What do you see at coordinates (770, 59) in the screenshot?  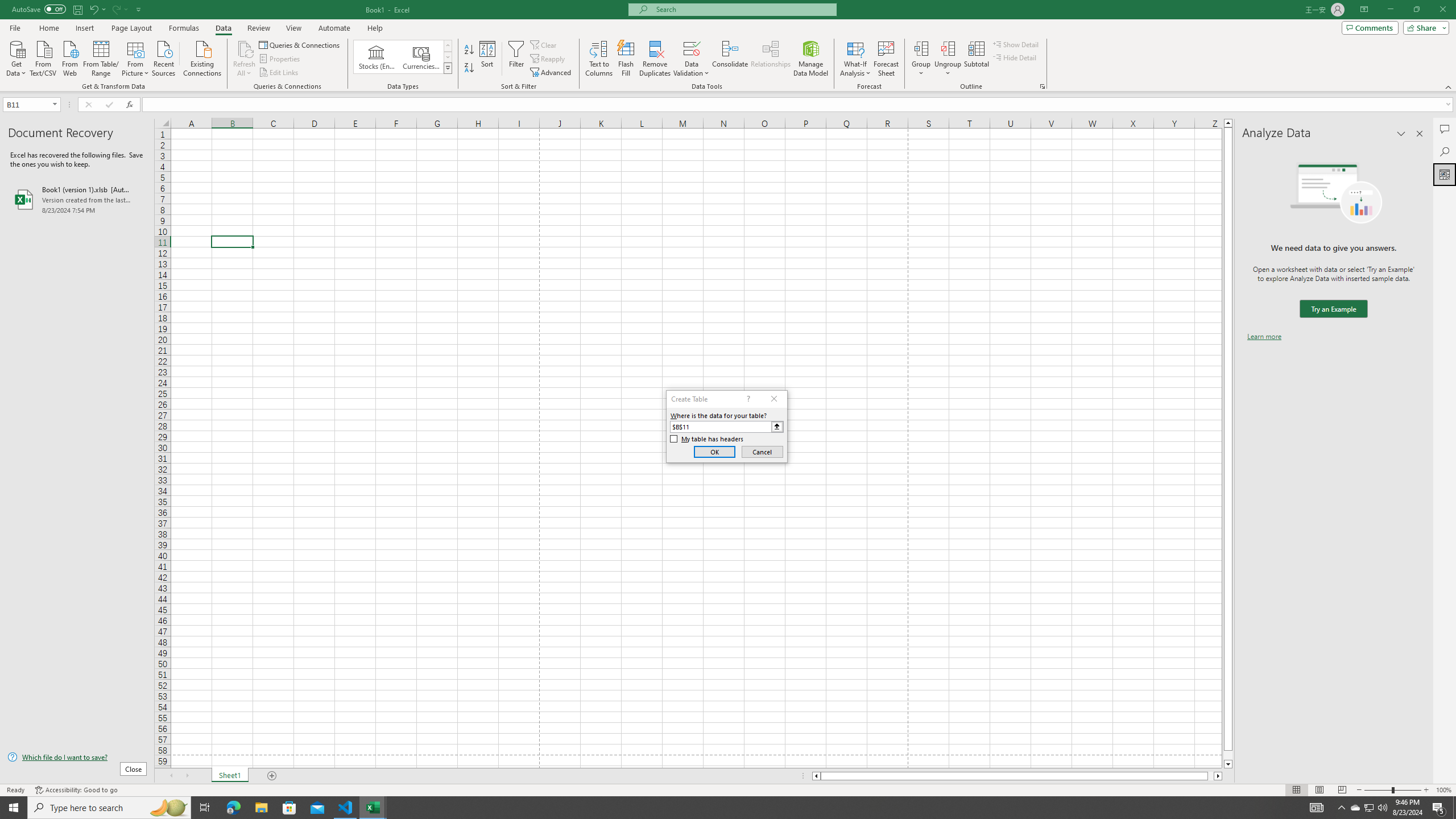 I see `'Relationships'` at bounding box center [770, 59].